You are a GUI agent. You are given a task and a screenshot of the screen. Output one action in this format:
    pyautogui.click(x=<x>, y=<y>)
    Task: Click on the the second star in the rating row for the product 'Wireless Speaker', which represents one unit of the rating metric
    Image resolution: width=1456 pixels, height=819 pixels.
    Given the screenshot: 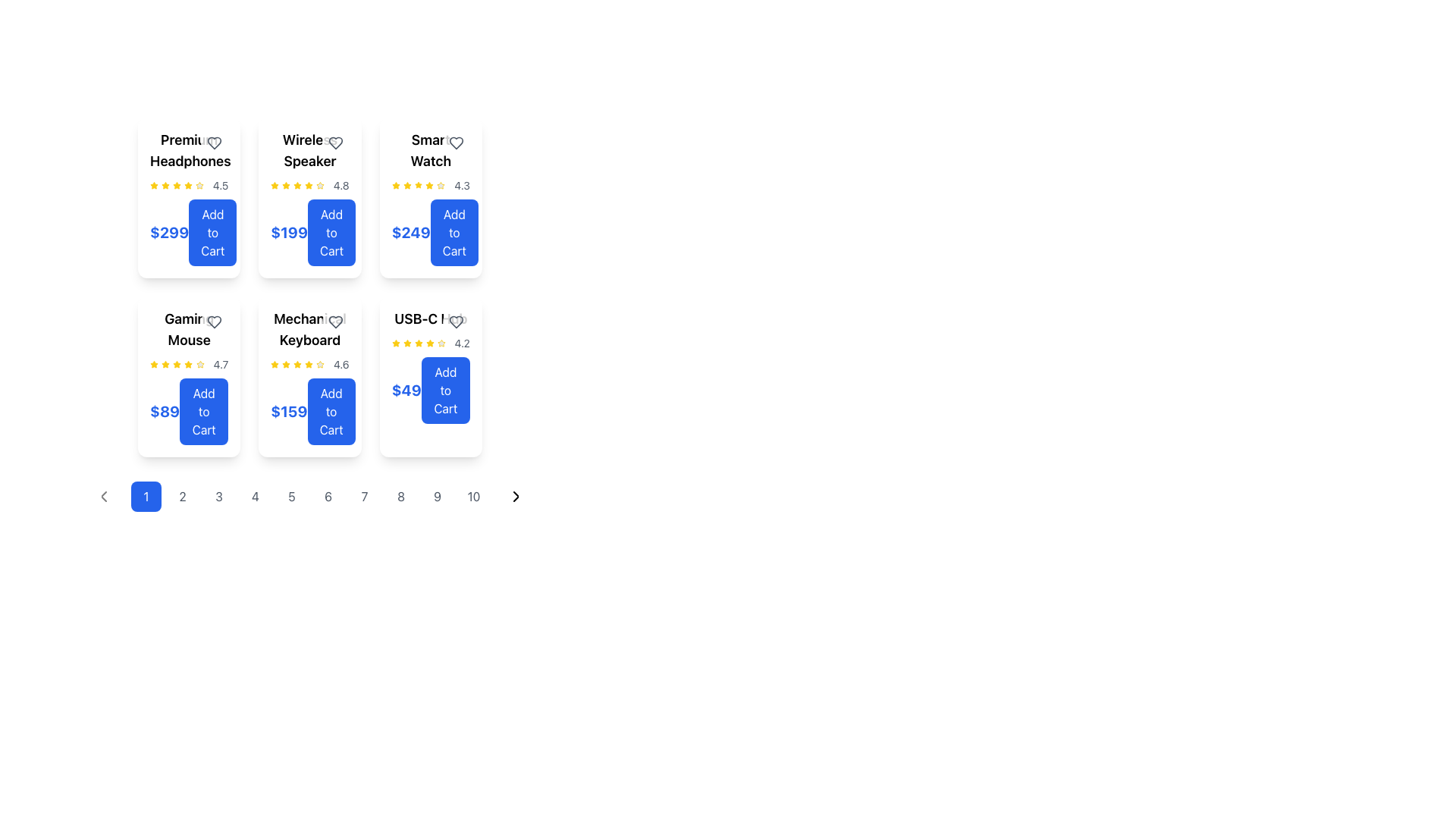 What is the action you would take?
    pyautogui.click(x=286, y=184)
    